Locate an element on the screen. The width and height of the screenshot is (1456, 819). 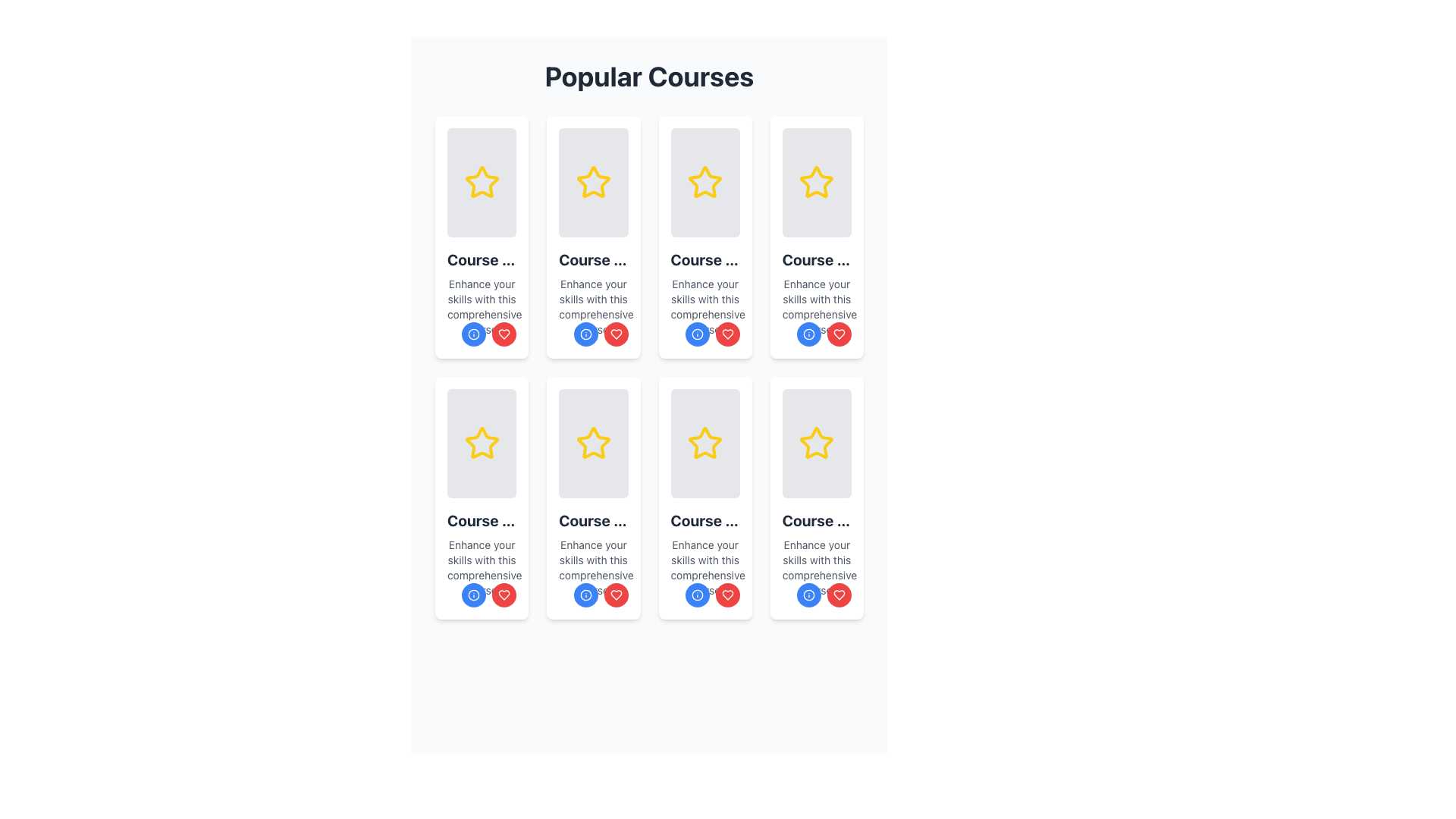
the red heart-shaped icon button located at the bottom right corner of the individual course card is located at coordinates (504, 333).